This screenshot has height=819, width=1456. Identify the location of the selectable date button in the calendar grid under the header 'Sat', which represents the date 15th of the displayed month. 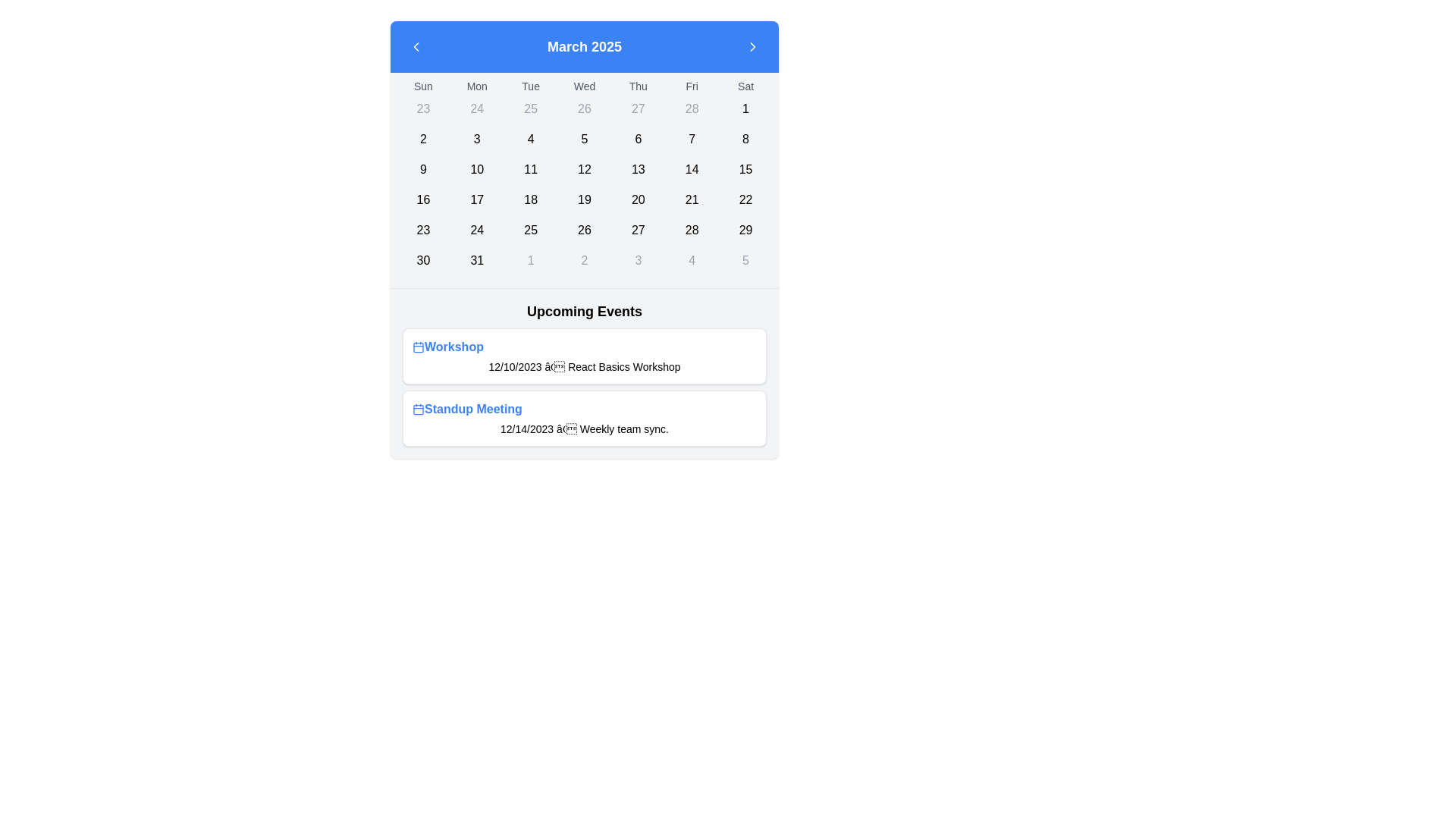
(745, 169).